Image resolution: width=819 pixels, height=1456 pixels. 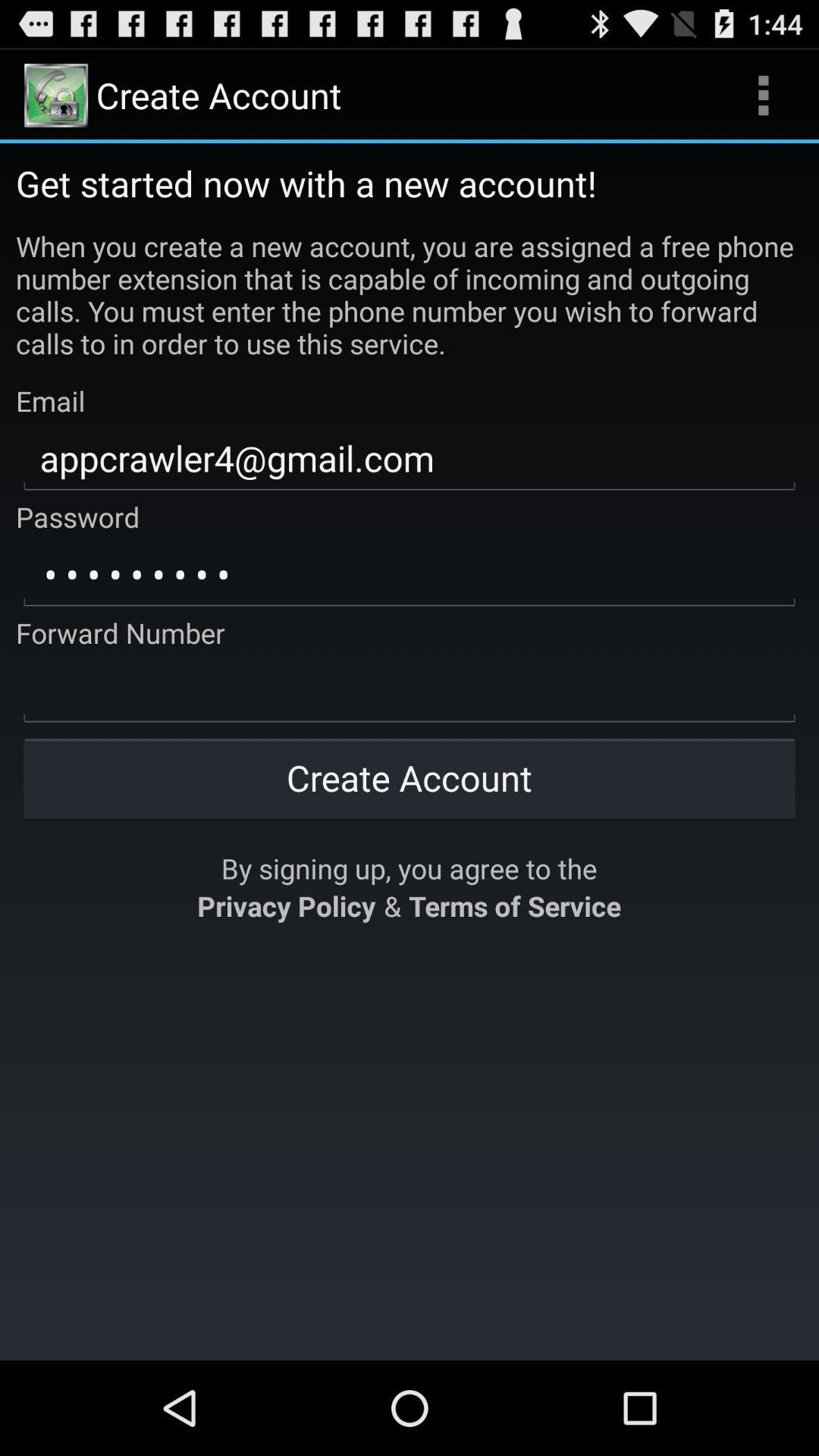 What do you see at coordinates (409, 690) in the screenshot?
I see `dialog box` at bounding box center [409, 690].